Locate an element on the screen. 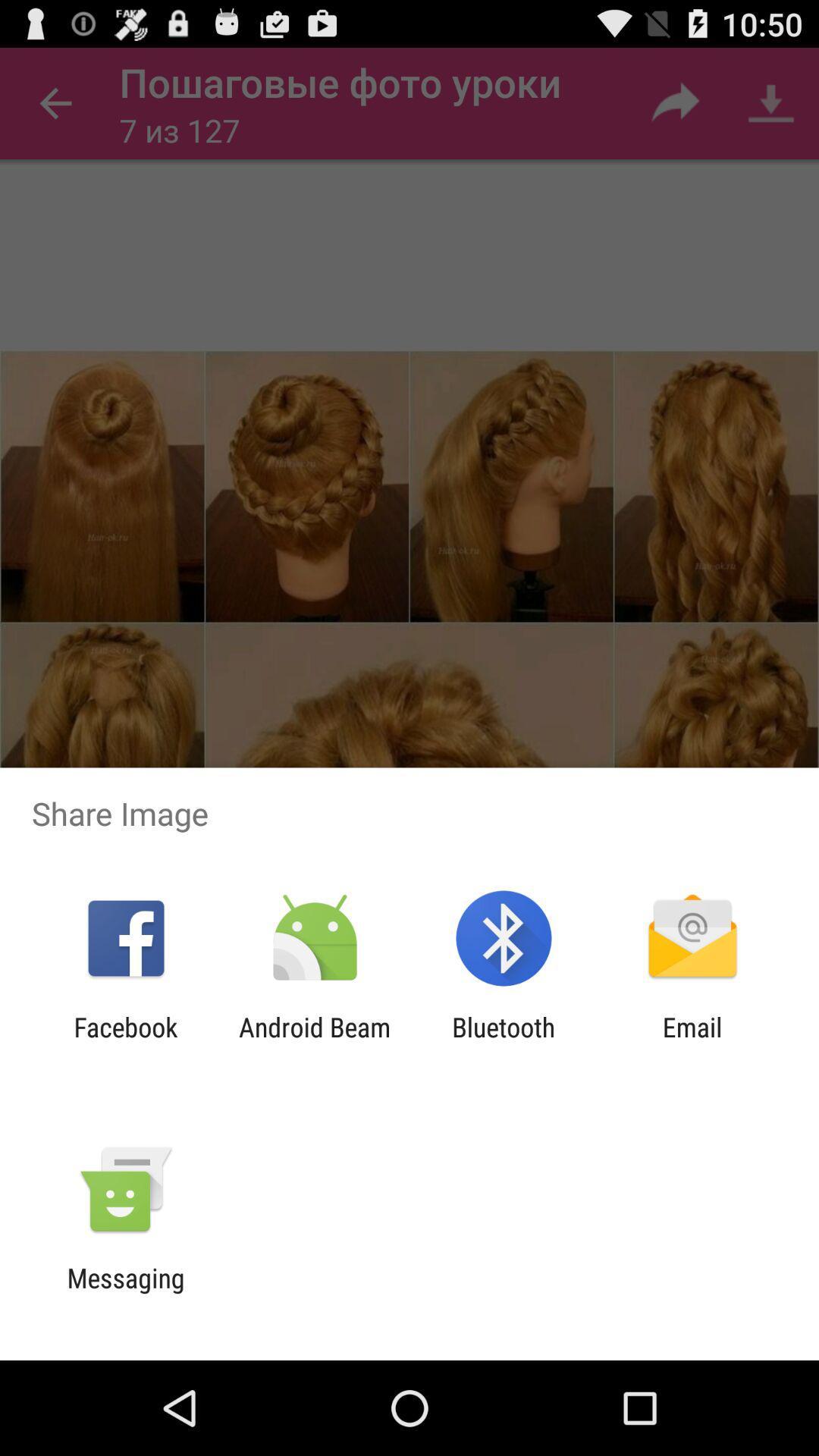 The height and width of the screenshot is (1456, 819). android beam item is located at coordinates (314, 1042).